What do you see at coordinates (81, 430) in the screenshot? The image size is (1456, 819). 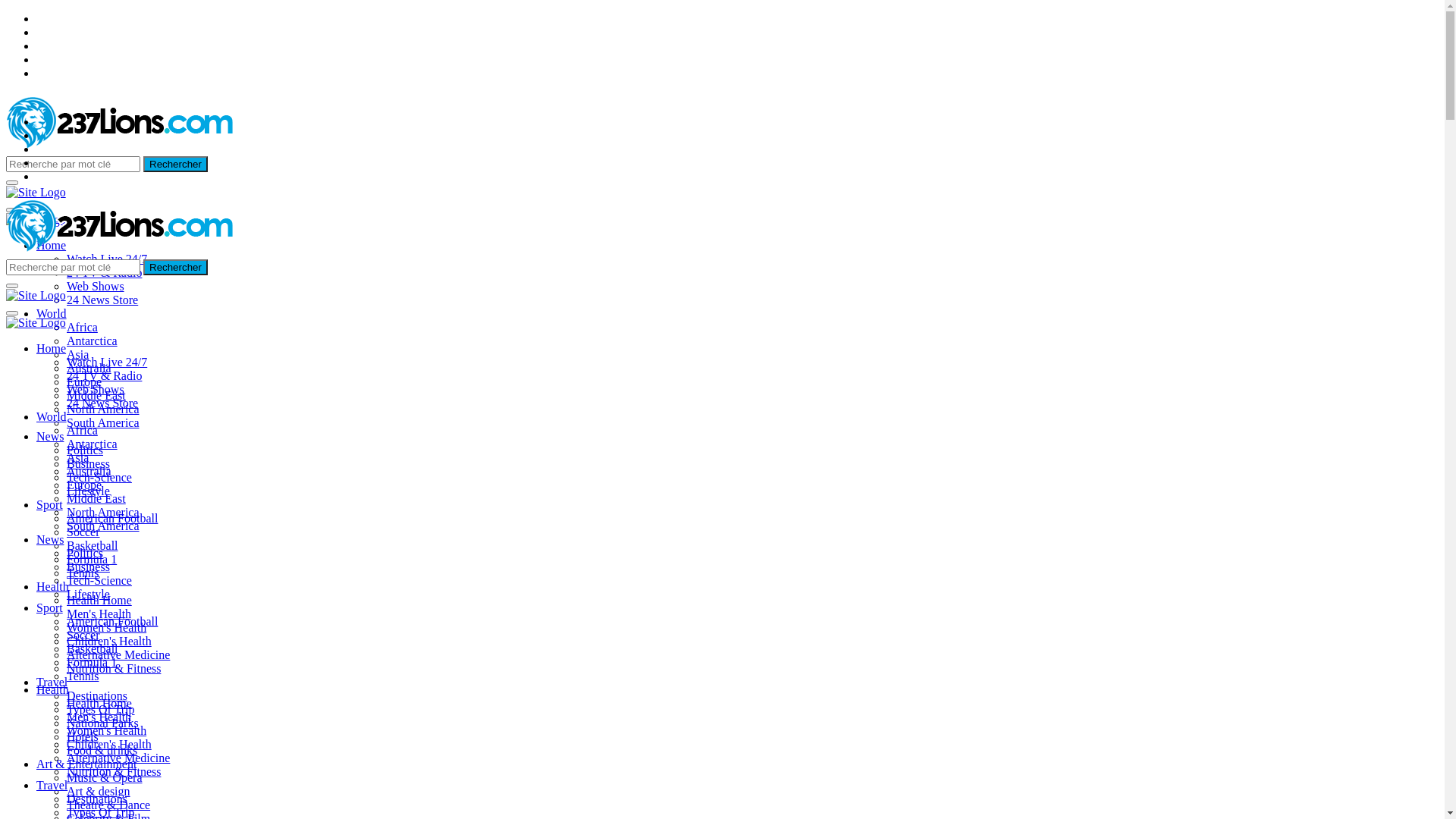 I see `'Africa'` at bounding box center [81, 430].